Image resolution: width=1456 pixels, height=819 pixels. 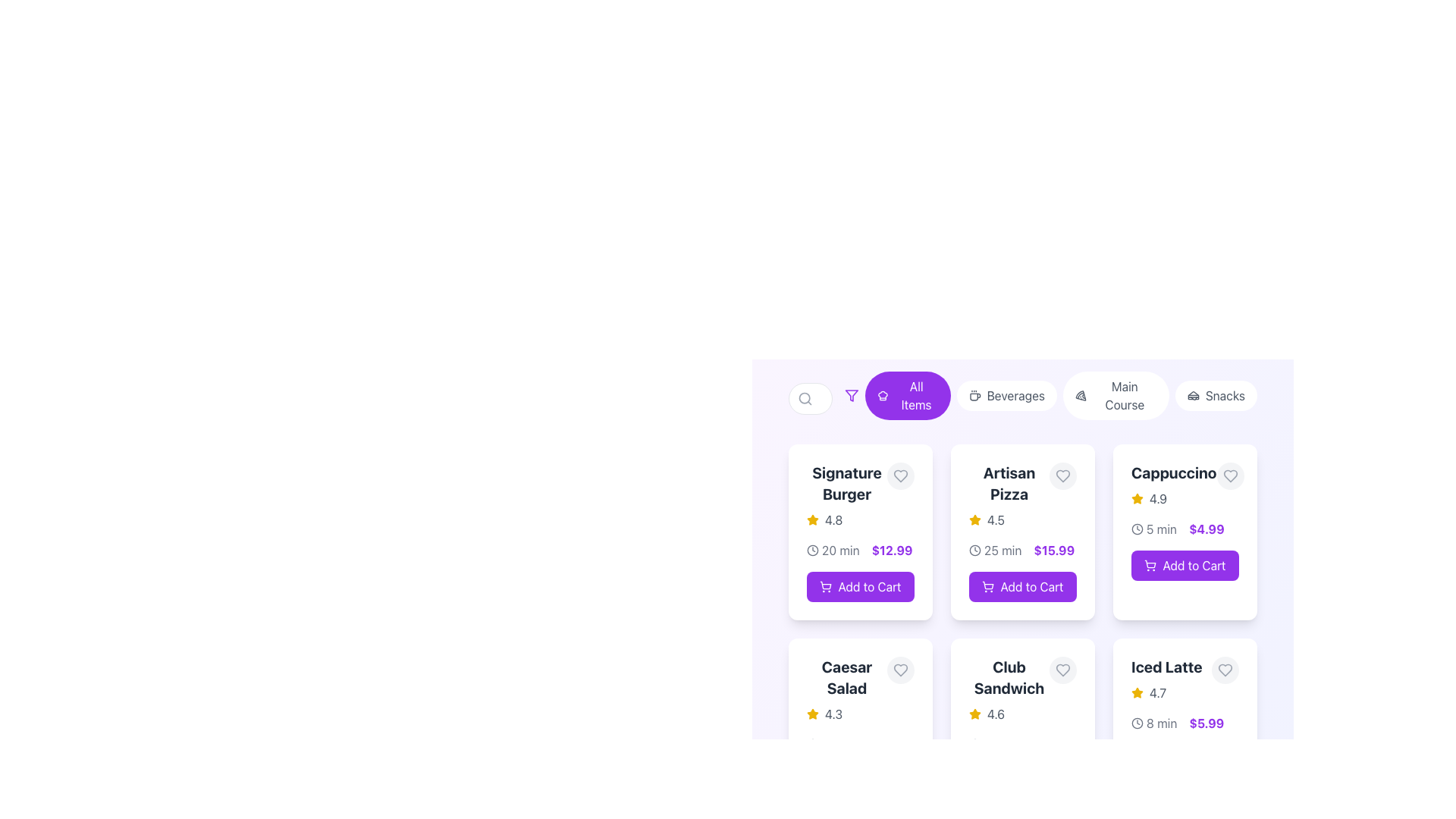 I want to click on the informational text label displaying the user rating score for the 'Club Sandwich' item, located in the bottom-middle of the grid layout, so click(x=996, y=714).